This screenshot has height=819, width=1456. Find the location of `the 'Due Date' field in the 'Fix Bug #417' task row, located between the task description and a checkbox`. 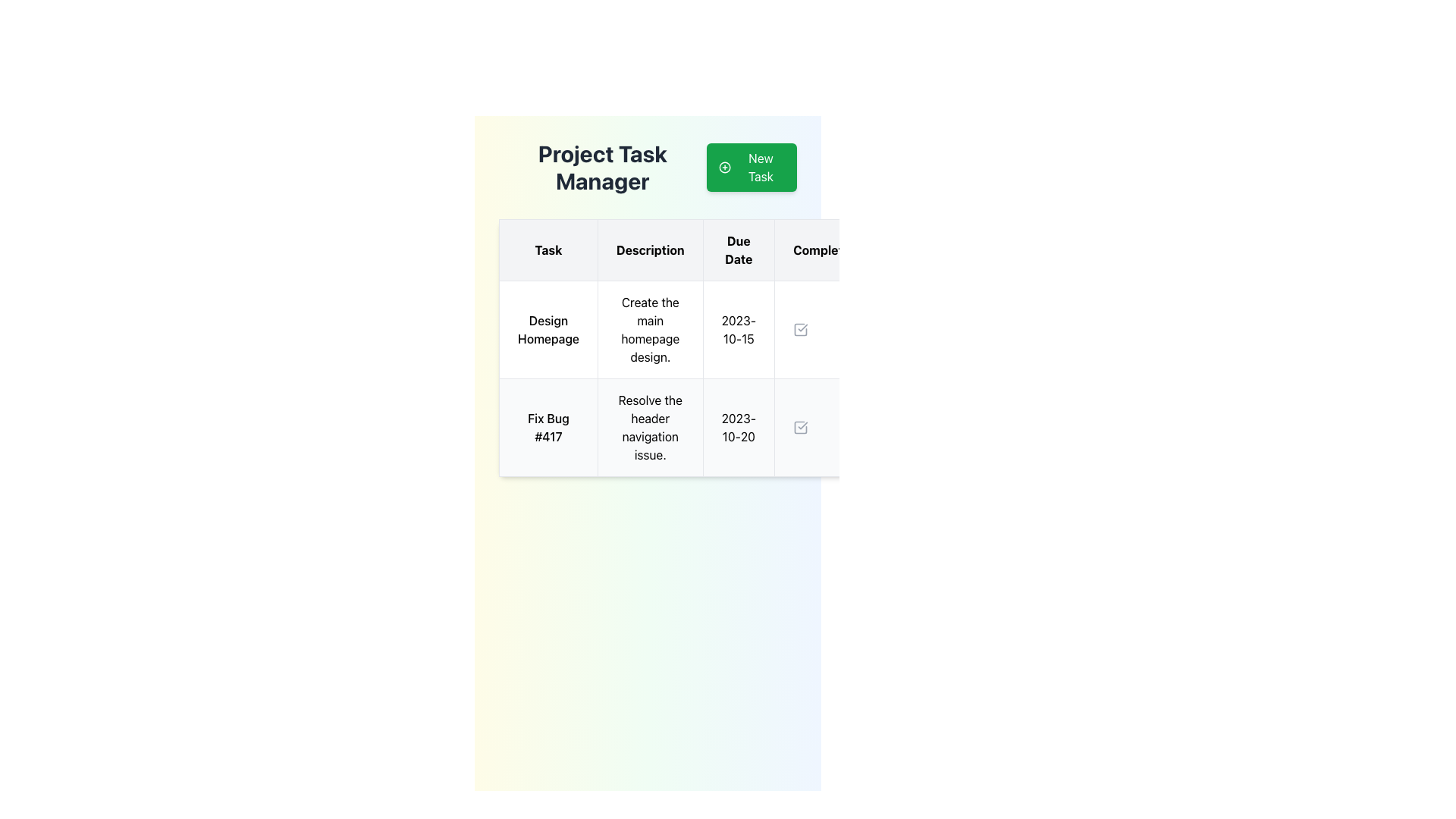

the 'Due Date' field in the 'Fix Bug #417' task row, located between the task description and a checkbox is located at coordinates (739, 427).